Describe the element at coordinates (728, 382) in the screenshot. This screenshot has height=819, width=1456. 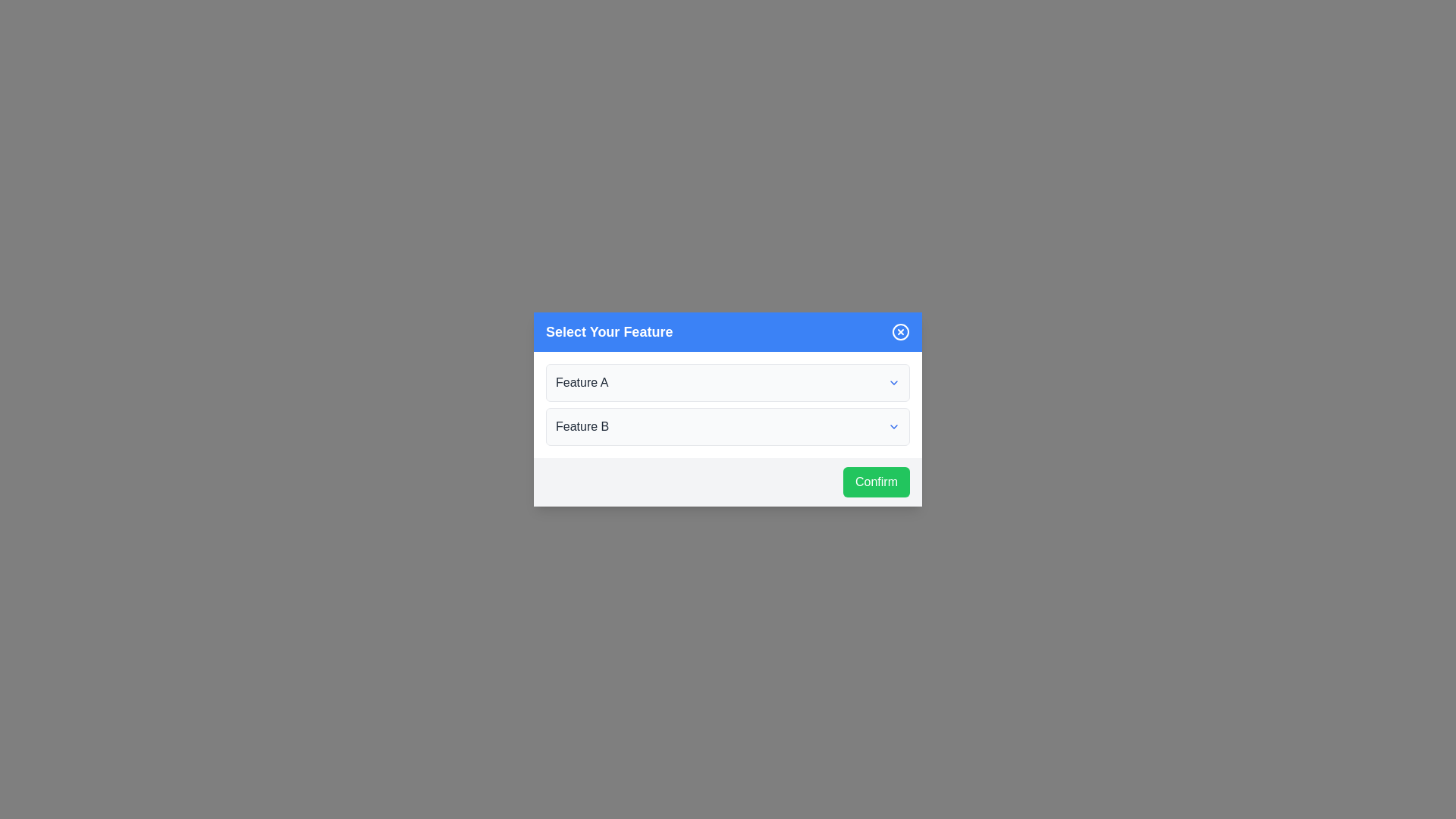
I see `the first selectable option in the dropdown menu labeled 'Feature A' within the 'Select Your Feature' dialog box` at that location.